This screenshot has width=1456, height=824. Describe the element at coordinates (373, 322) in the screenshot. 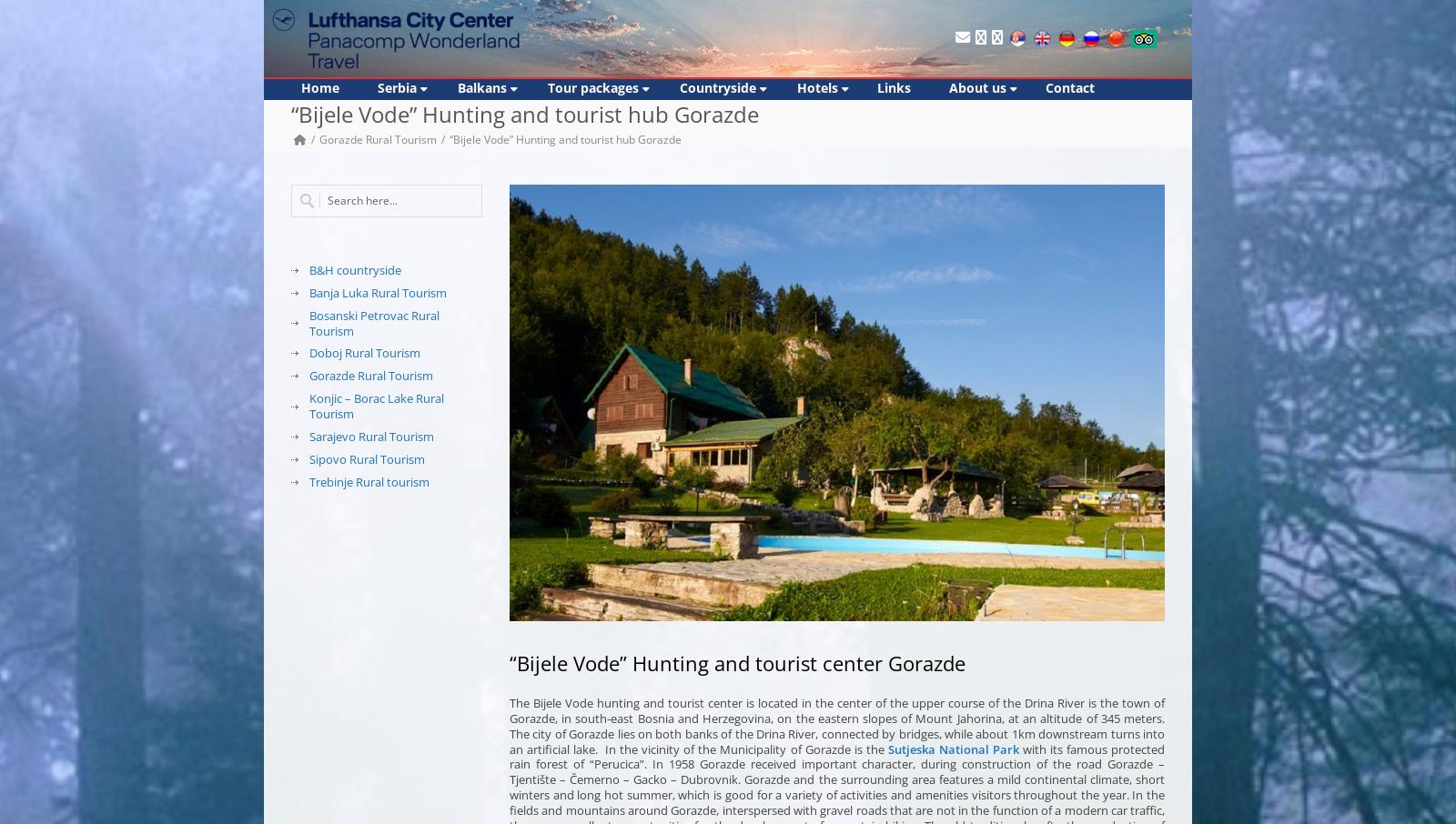

I see `'Bosanski Petrovac Rural Tourism'` at that location.